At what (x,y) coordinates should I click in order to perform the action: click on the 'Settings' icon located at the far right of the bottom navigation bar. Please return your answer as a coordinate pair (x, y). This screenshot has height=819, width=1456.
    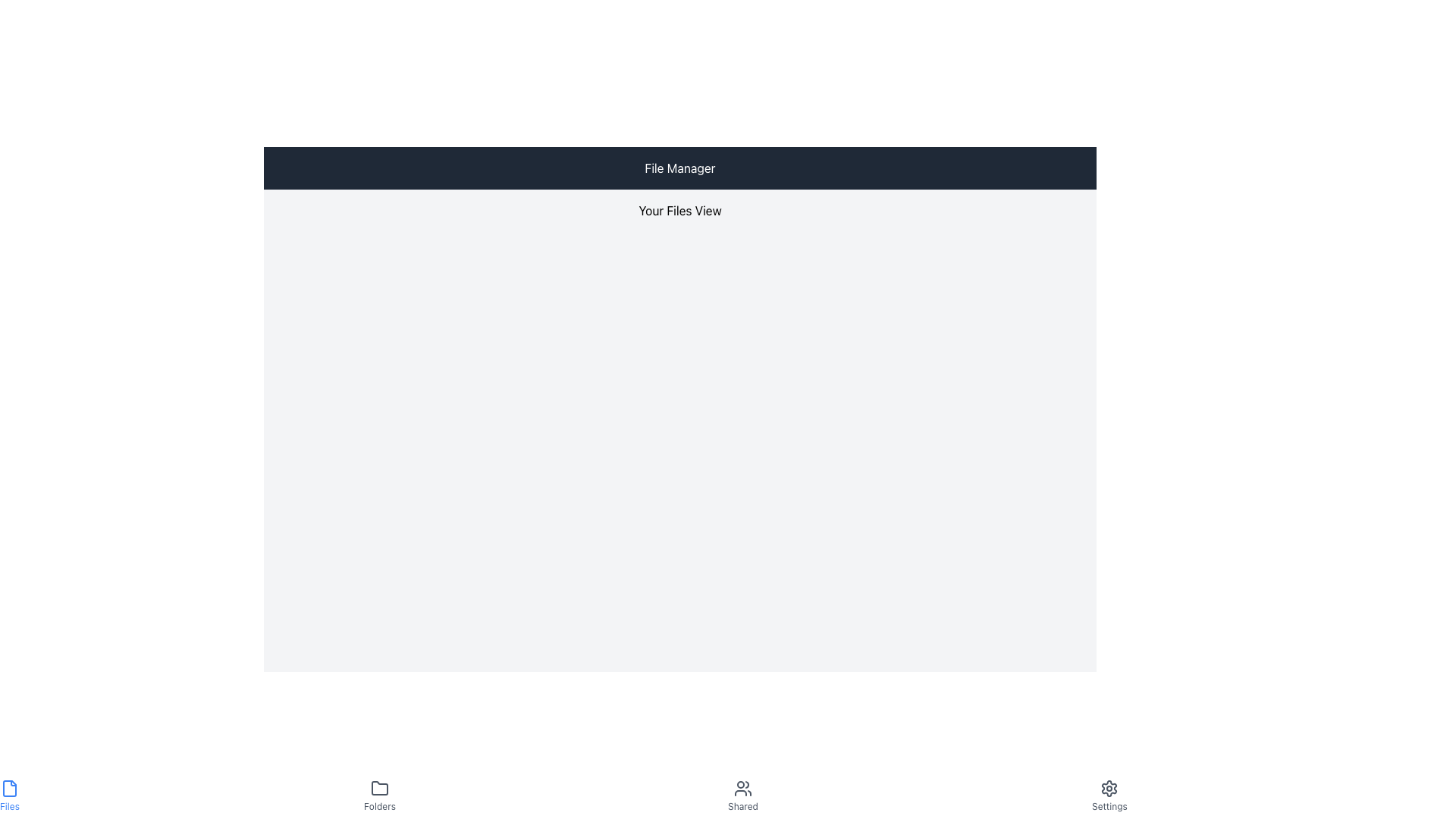
    Looking at the image, I should click on (1109, 788).